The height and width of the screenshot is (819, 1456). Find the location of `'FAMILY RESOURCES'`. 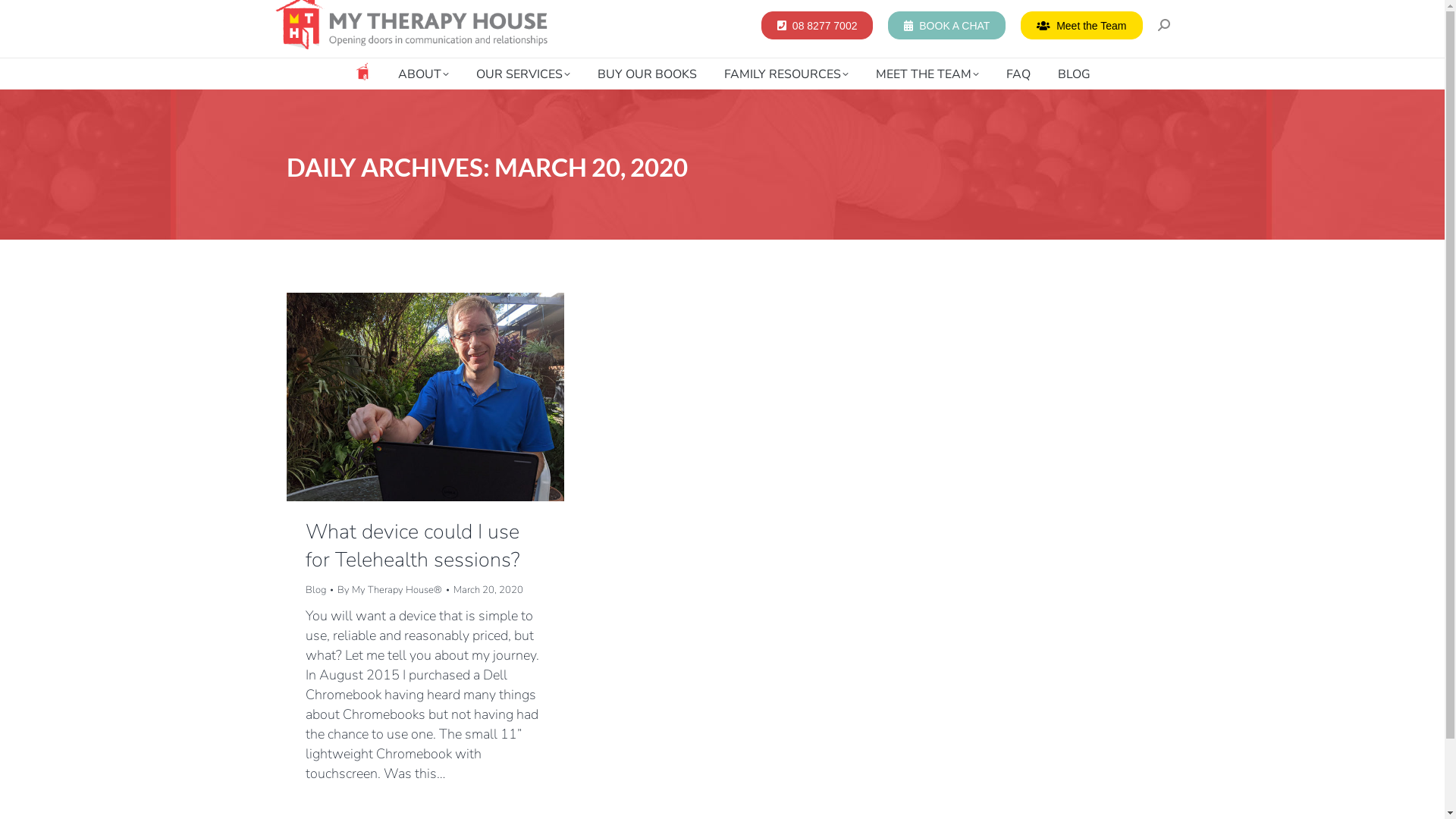

'FAMILY RESOURCES' is located at coordinates (786, 74).